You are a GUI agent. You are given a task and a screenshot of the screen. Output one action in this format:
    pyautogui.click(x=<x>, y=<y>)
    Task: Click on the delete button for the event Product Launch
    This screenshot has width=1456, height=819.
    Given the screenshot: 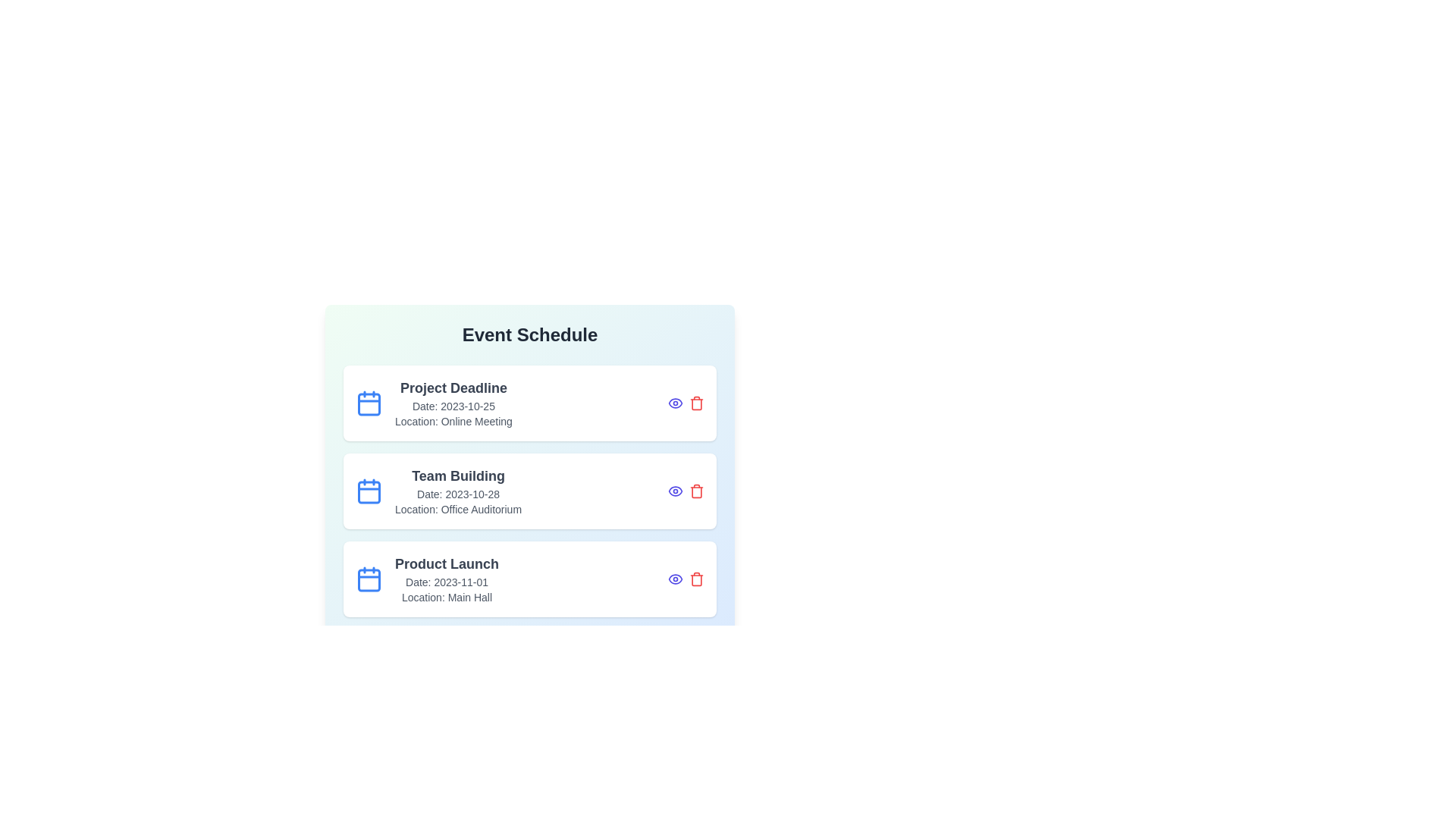 What is the action you would take?
    pyautogui.click(x=695, y=579)
    